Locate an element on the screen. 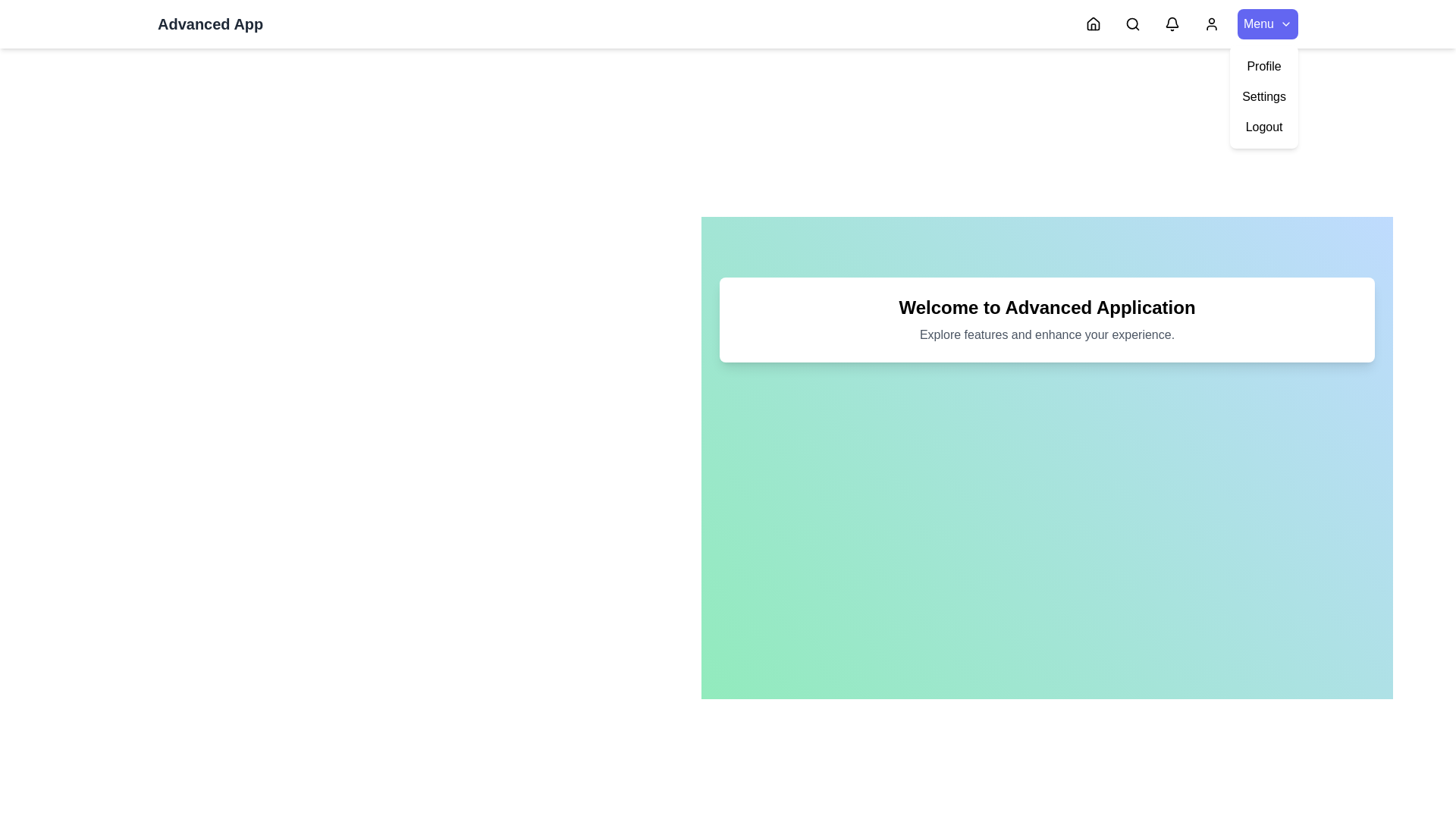 This screenshot has width=1456, height=819. the Profile navigation icon is located at coordinates (1211, 24).